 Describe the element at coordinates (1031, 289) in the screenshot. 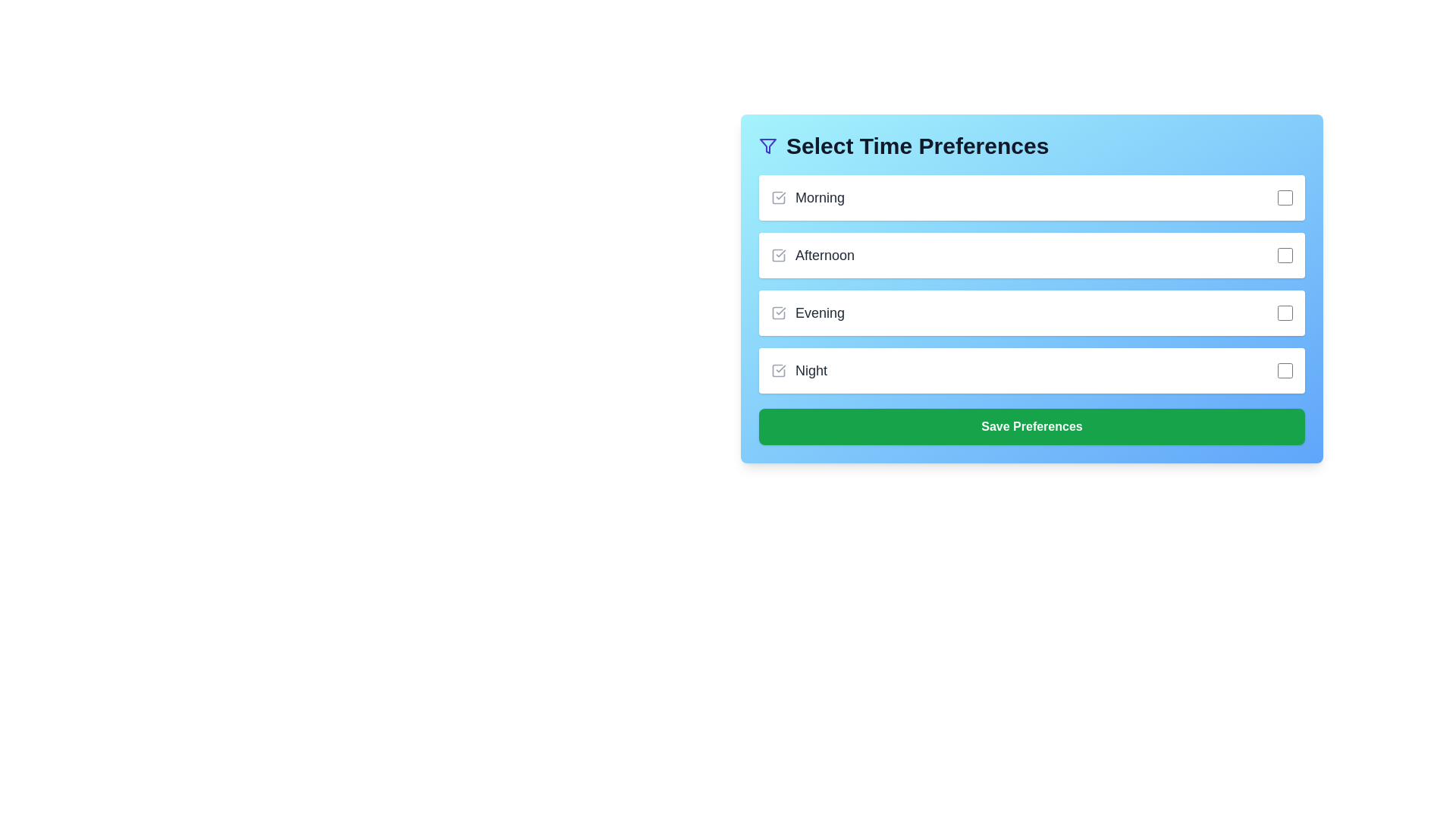

I see `the checkbox` at that location.